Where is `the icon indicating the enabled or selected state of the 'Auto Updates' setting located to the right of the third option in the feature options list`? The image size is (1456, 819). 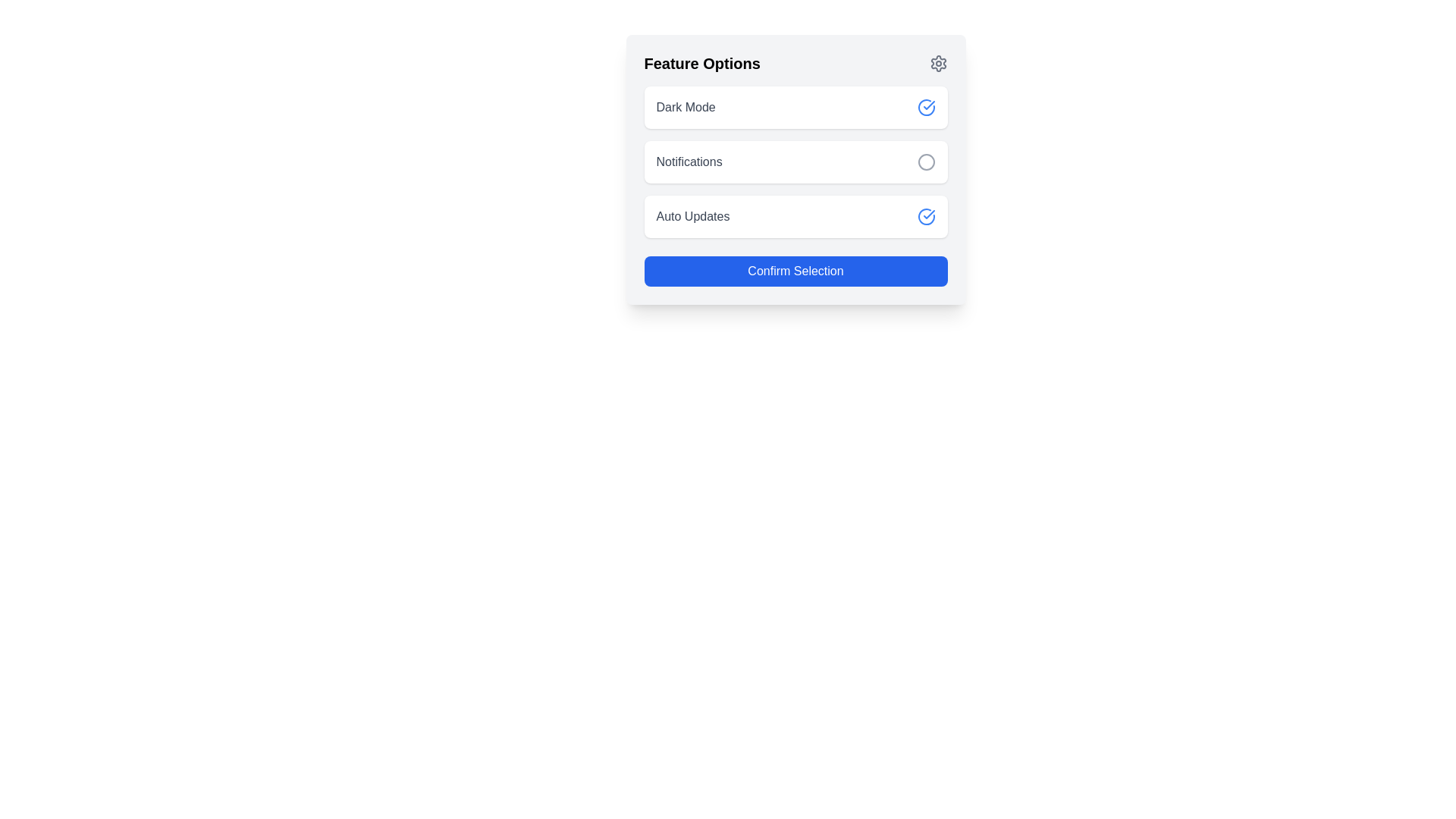 the icon indicating the enabled or selected state of the 'Auto Updates' setting located to the right of the third option in the feature options list is located at coordinates (925, 216).